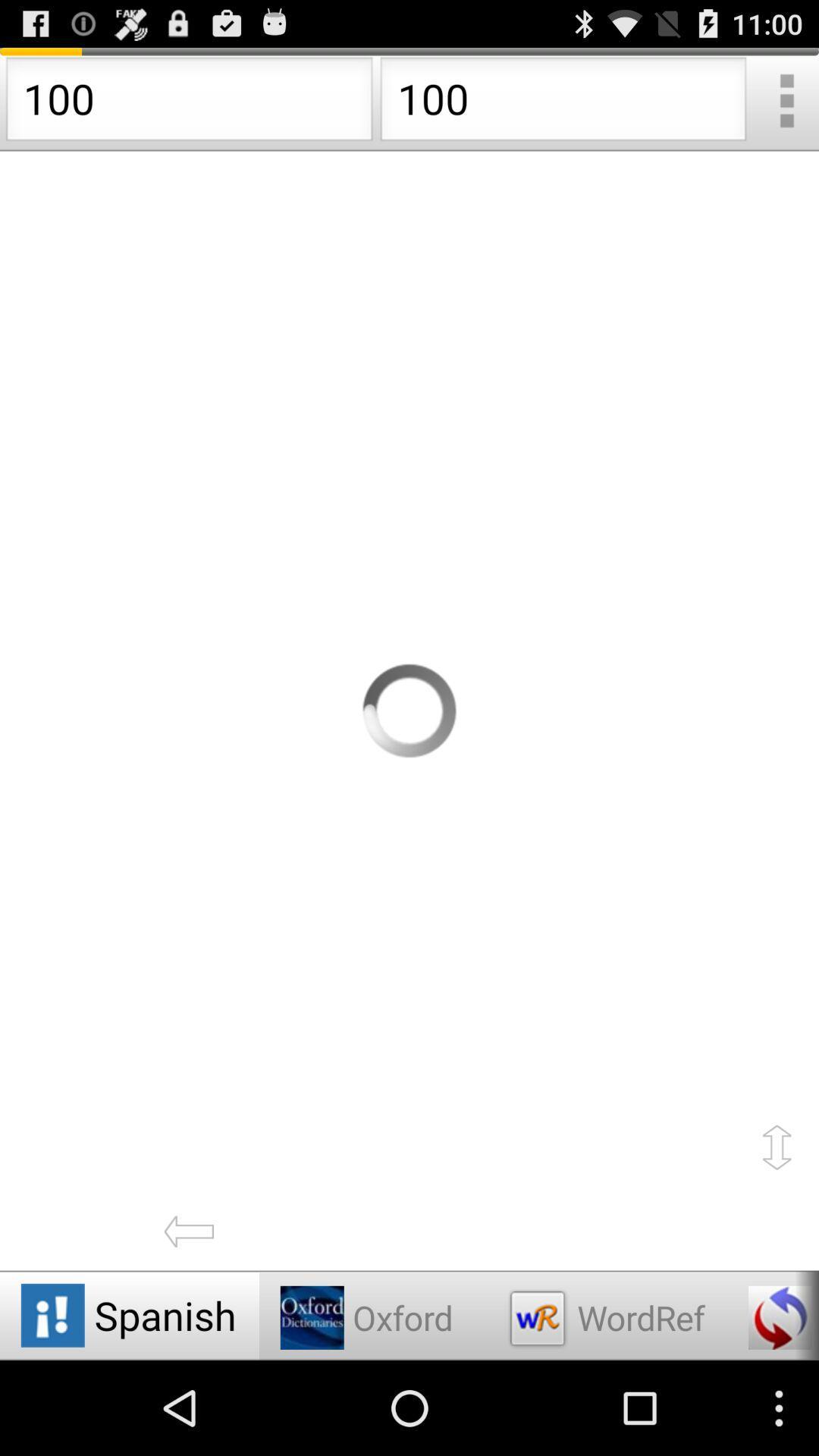 This screenshot has height=1456, width=819. What do you see at coordinates (785, 110) in the screenshot?
I see `the more icon` at bounding box center [785, 110].